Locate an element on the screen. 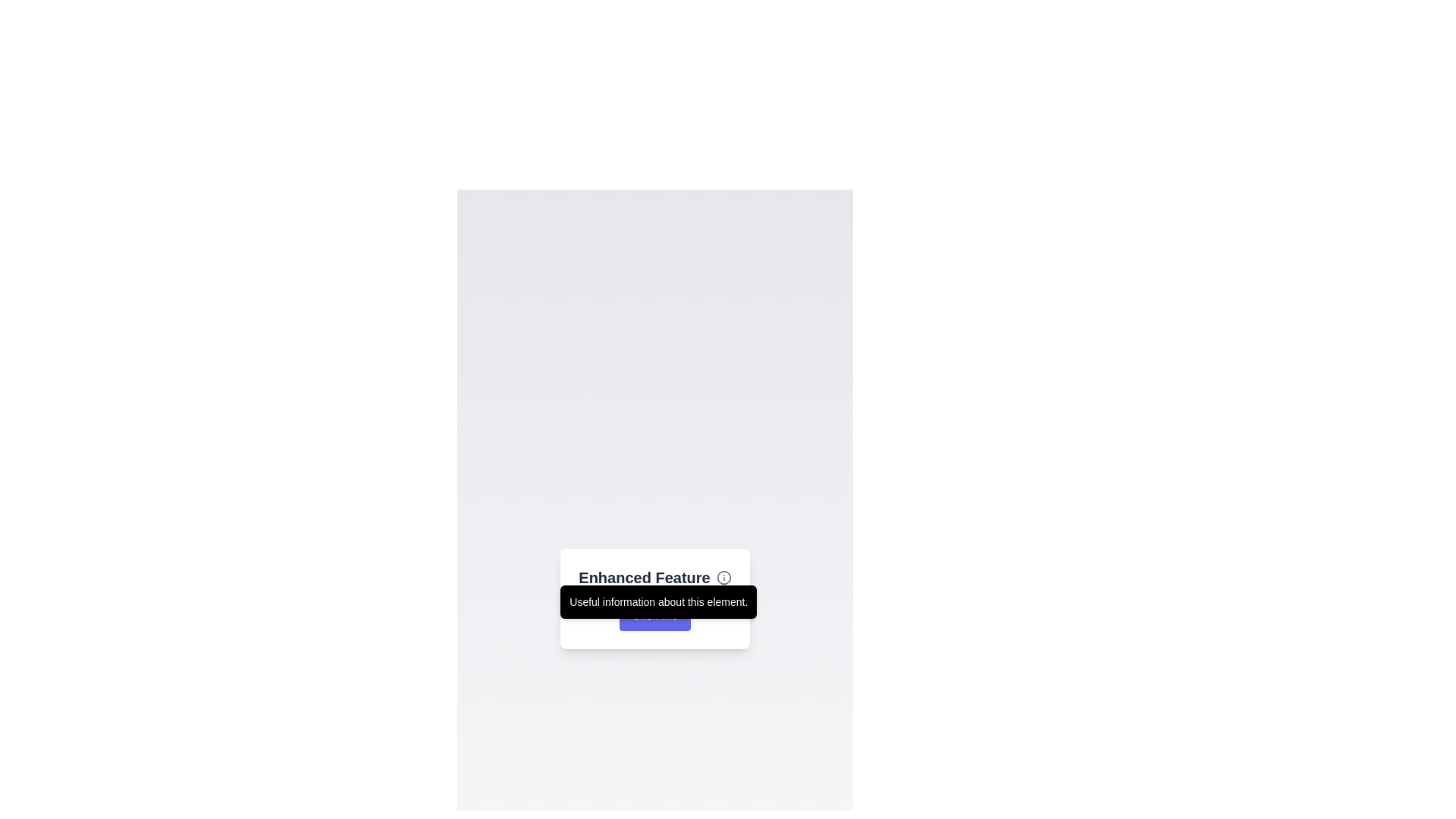 This screenshot has height=819, width=1456. the information icon adjacent to the header text, which provides additional context about the section is located at coordinates (655, 578).